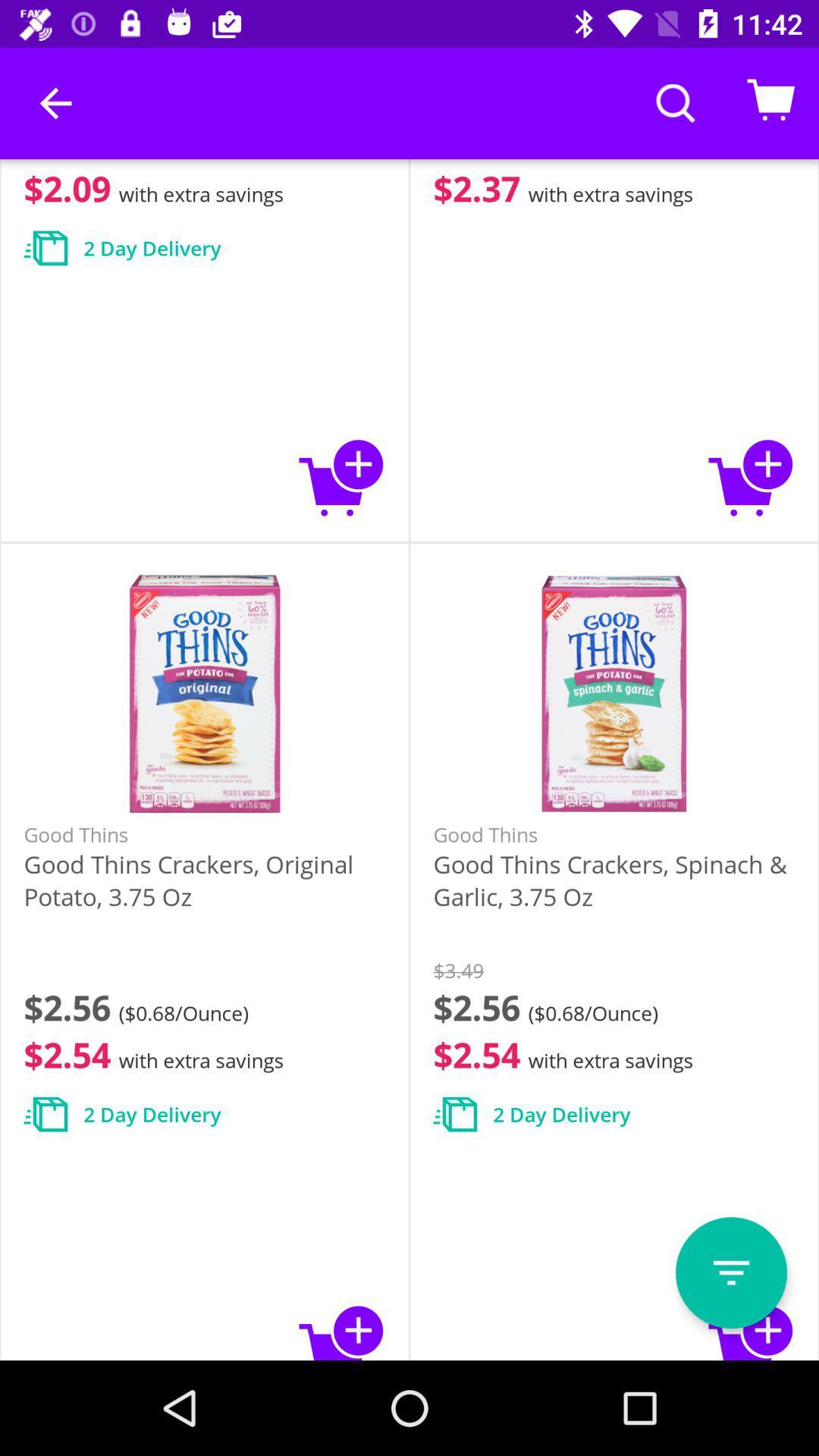 This screenshot has width=819, height=1456. I want to click on menu, so click(730, 1272).